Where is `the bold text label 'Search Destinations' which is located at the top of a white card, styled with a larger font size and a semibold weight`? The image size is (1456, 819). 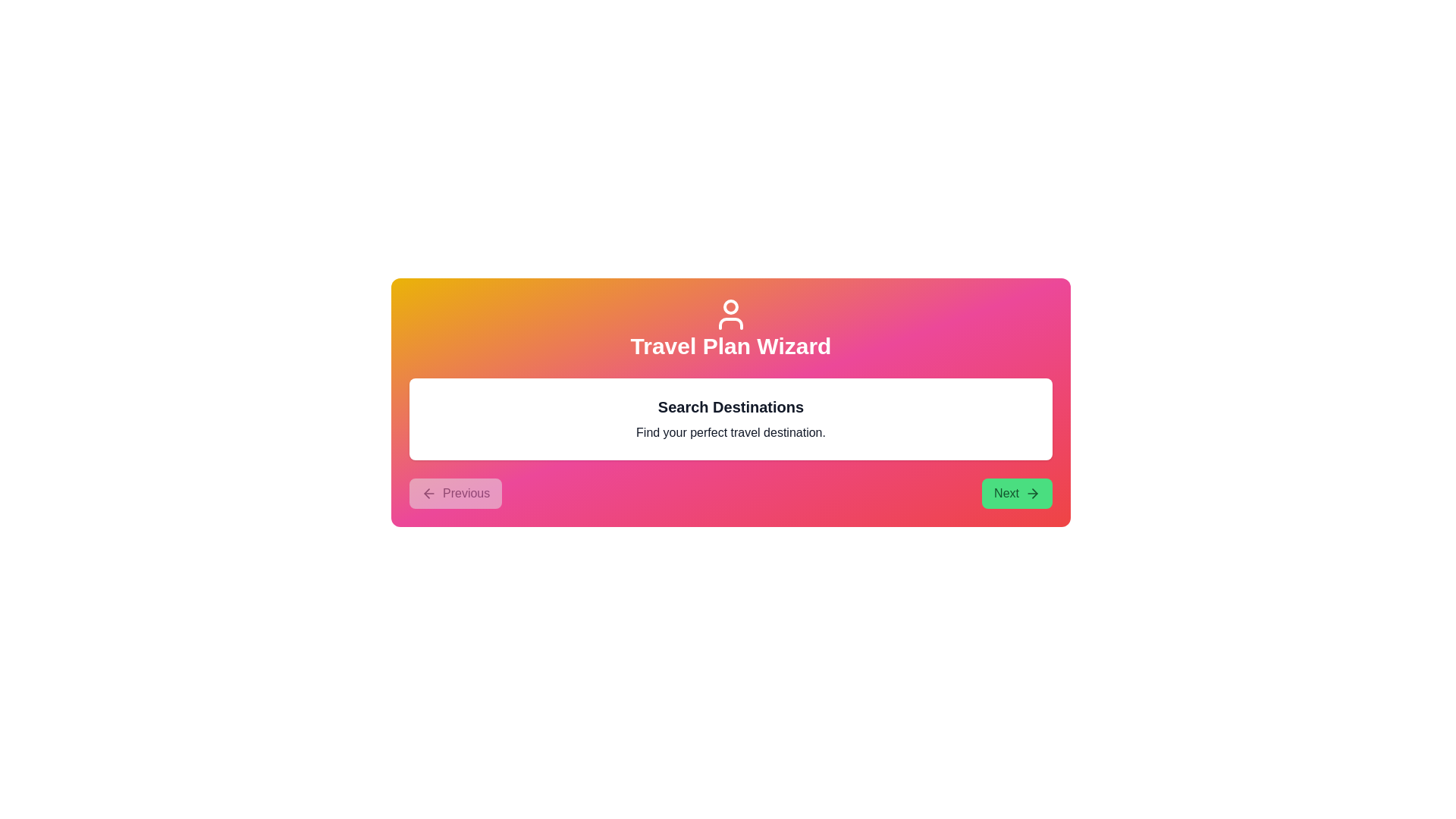 the bold text label 'Search Destinations' which is located at the top of a white card, styled with a larger font size and a semibold weight is located at coordinates (731, 406).